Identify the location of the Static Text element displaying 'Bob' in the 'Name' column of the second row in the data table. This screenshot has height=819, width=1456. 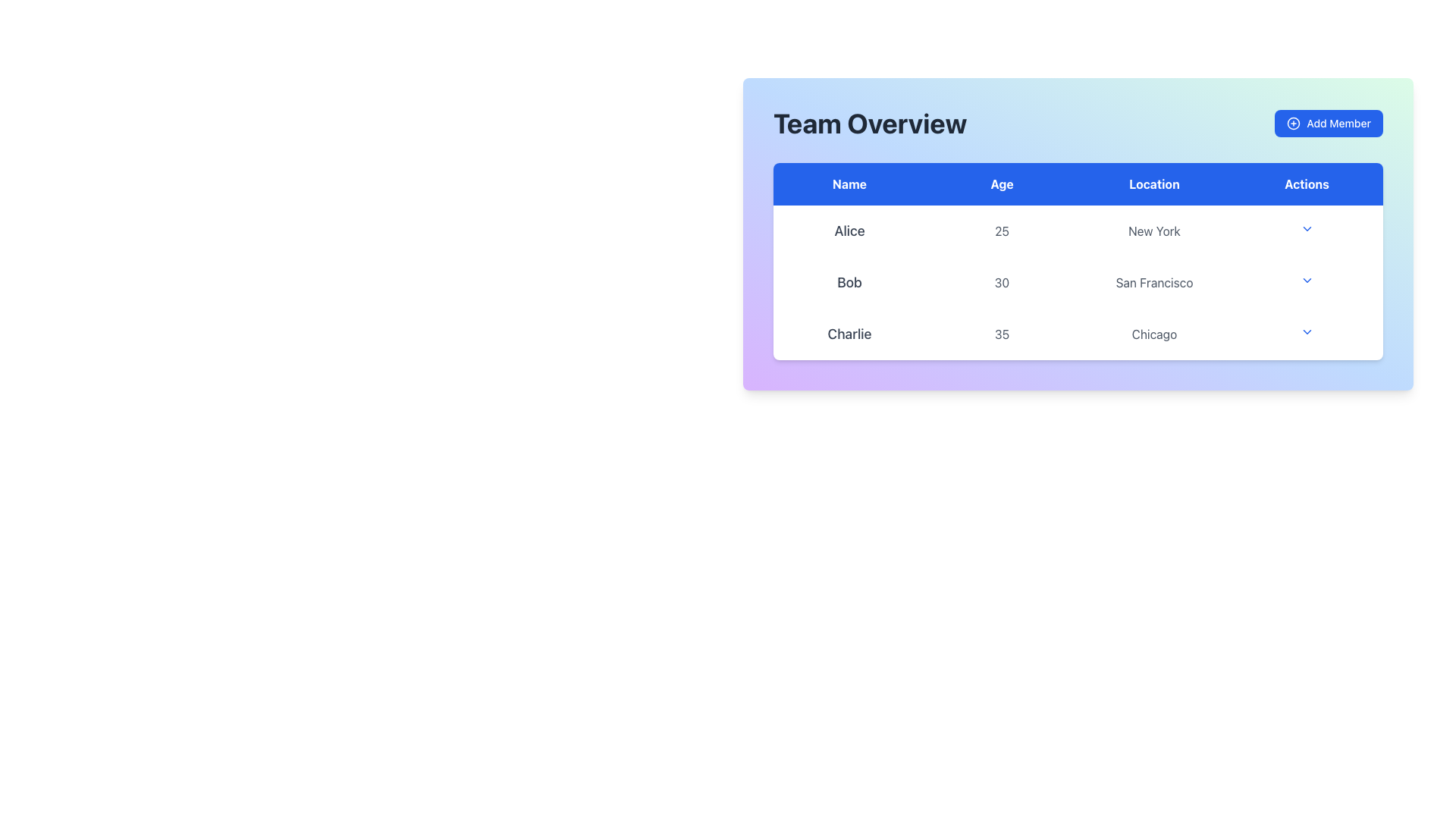
(849, 283).